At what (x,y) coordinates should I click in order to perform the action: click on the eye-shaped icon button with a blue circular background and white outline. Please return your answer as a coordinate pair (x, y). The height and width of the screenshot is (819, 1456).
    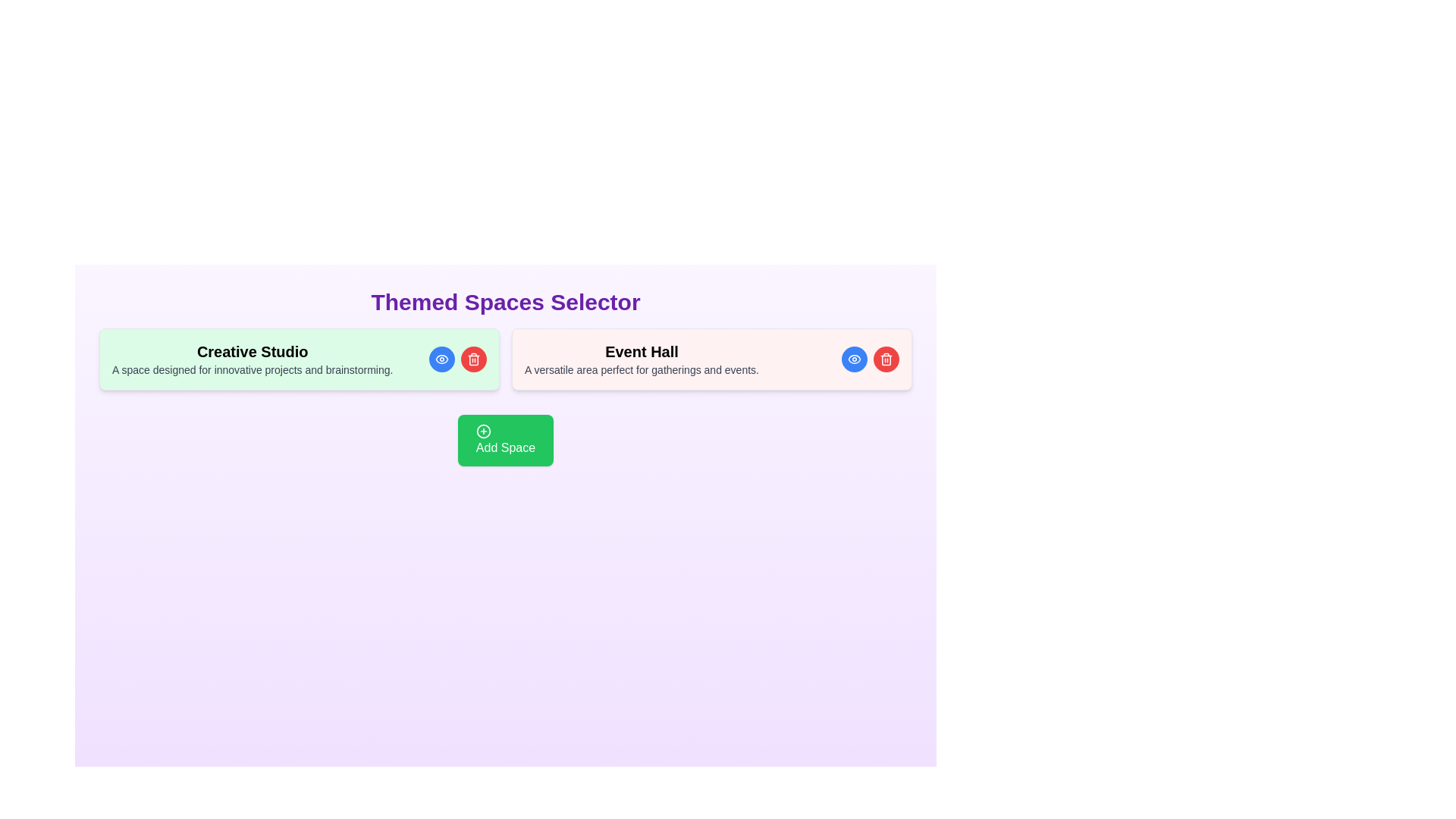
    Looking at the image, I should click on (855, 359).